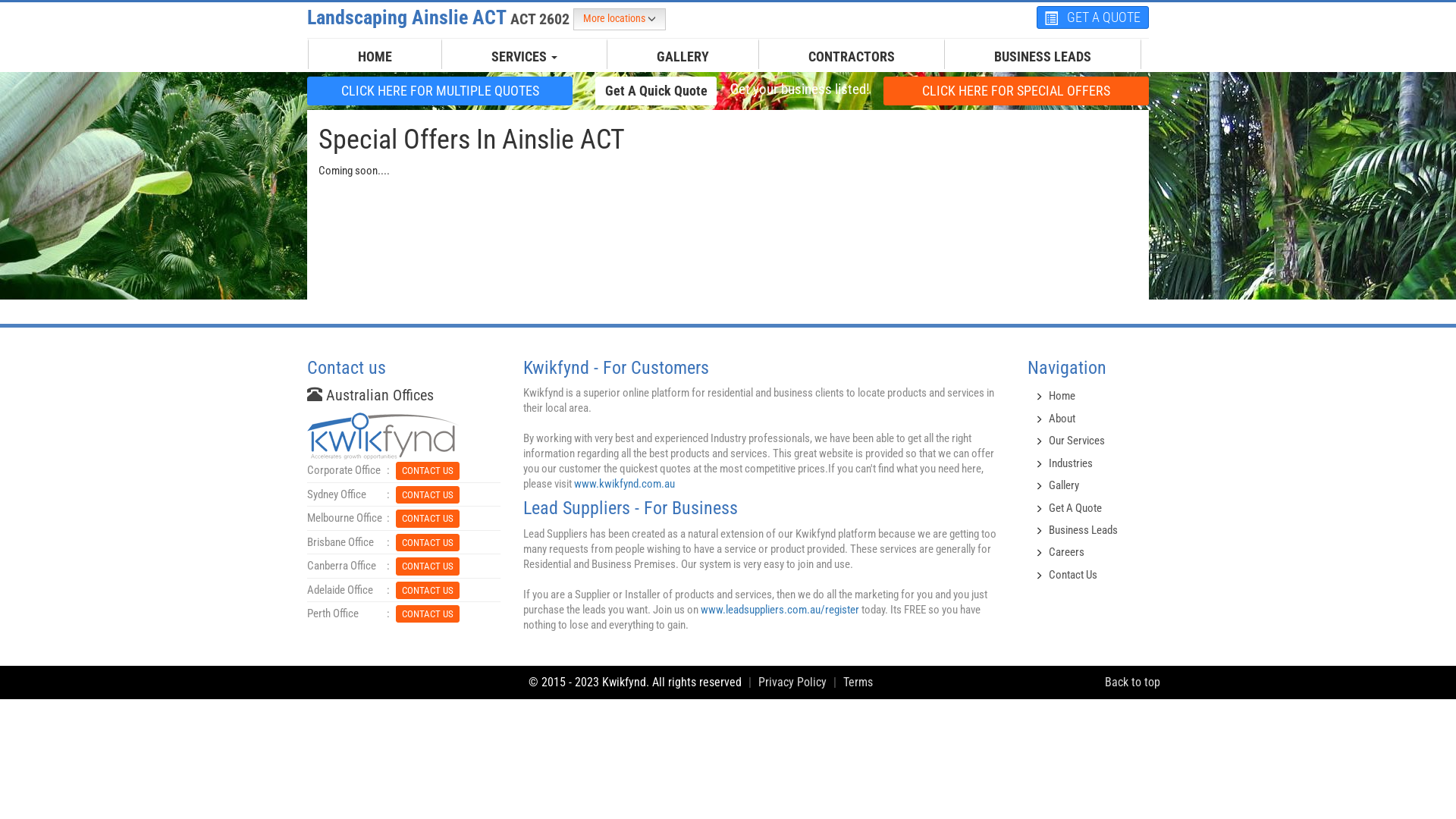  Describe the element at coordinates (1082, 529) in the screenshot. I see `'Business Leads'` at that location.